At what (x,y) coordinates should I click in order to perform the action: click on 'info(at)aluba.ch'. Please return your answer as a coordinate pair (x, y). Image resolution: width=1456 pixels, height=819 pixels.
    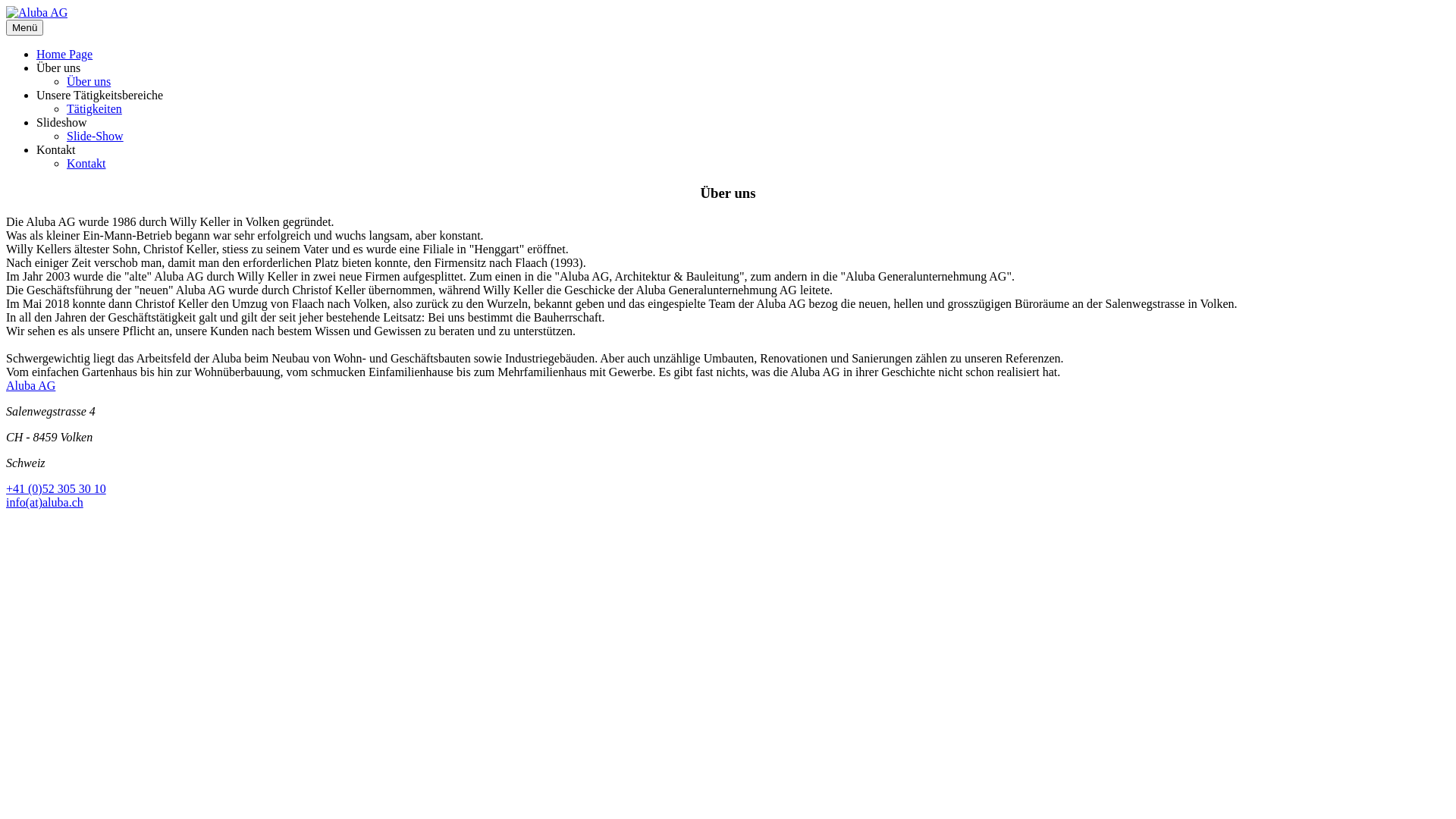
    Looking at the image, I should click on (44, 502).